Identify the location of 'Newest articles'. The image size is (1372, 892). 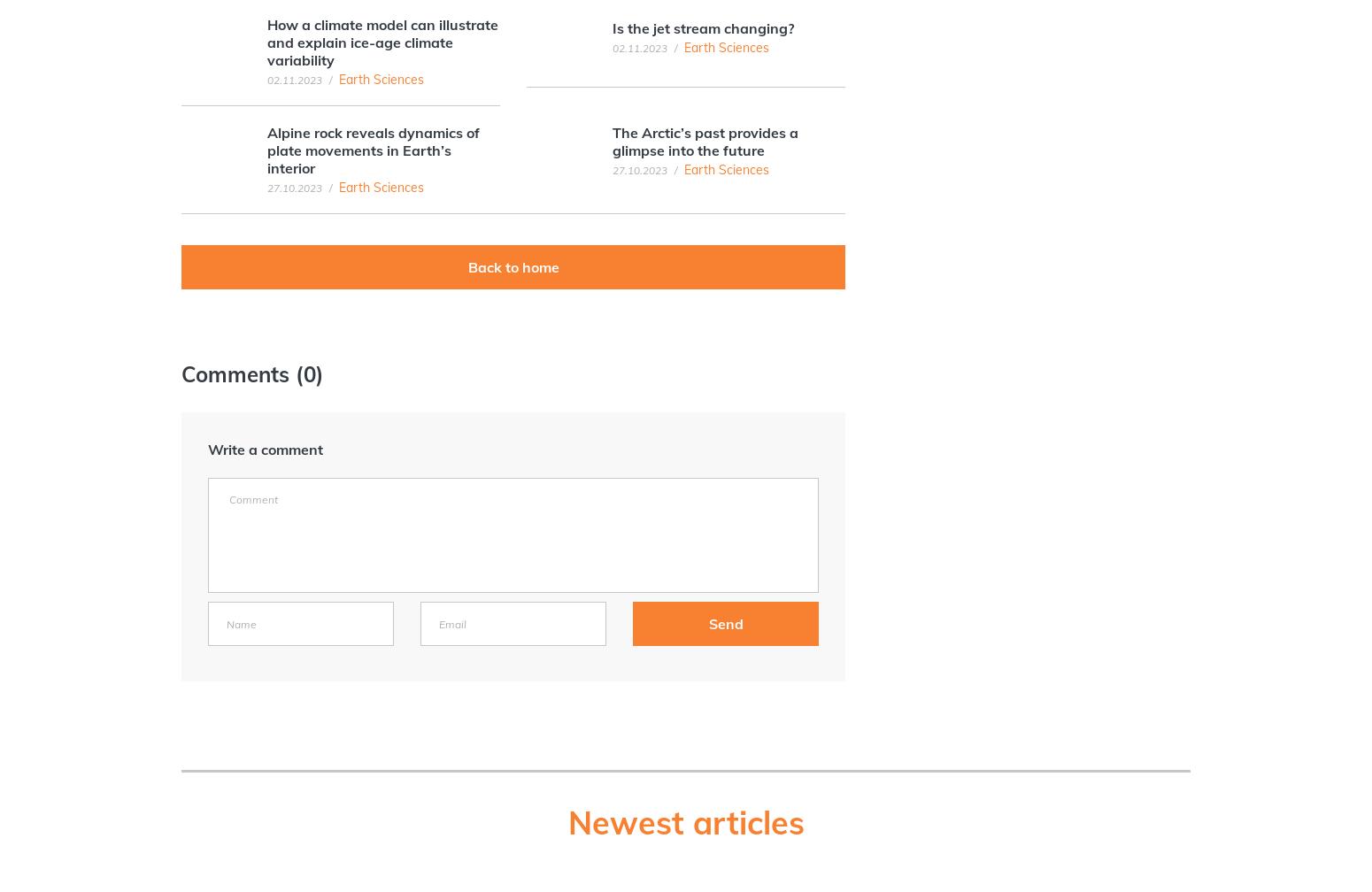
(566, 822).